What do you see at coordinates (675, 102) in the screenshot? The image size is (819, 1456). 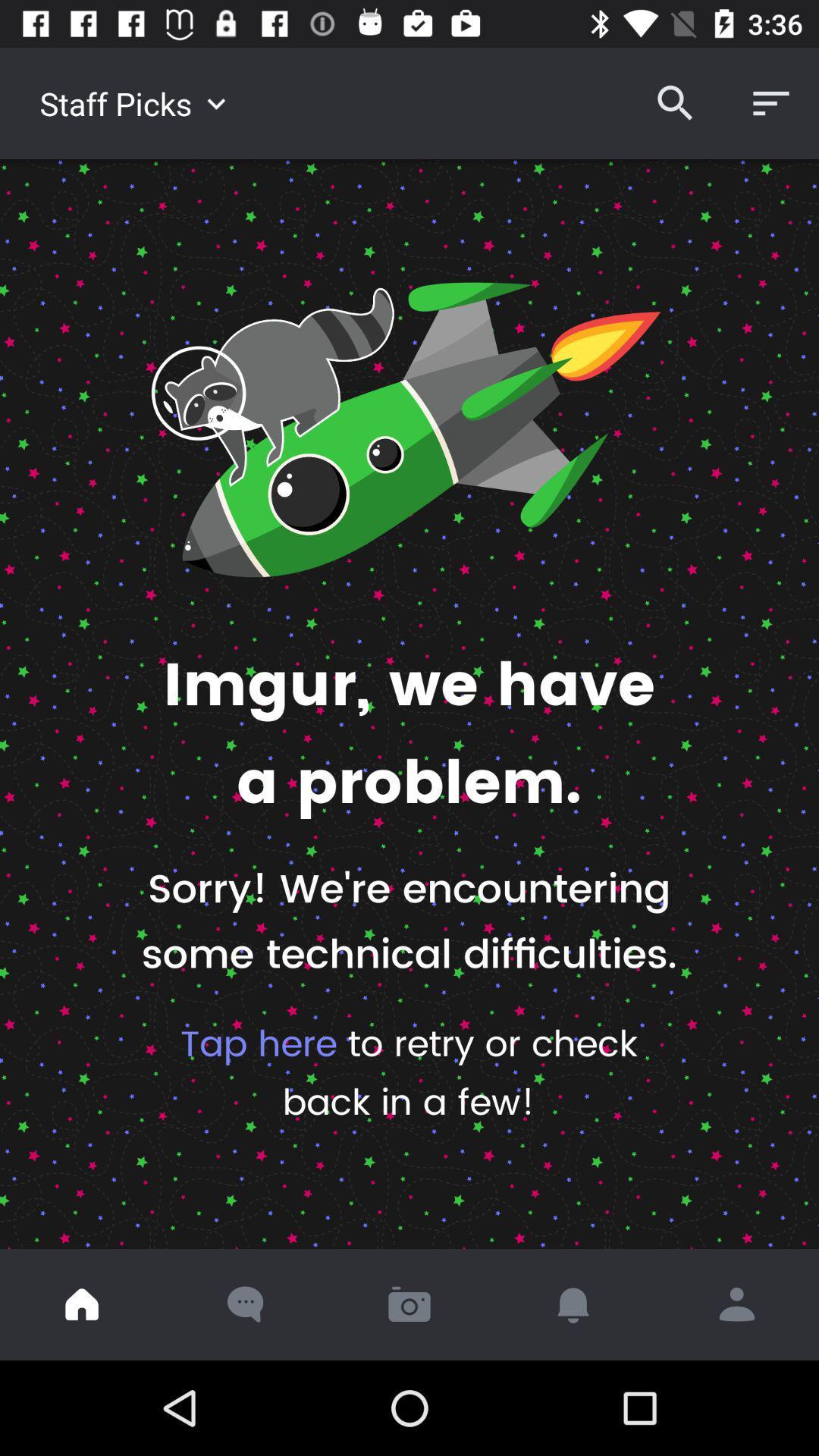 I see `item next to staff picks item` at bounding box center [675, 102].